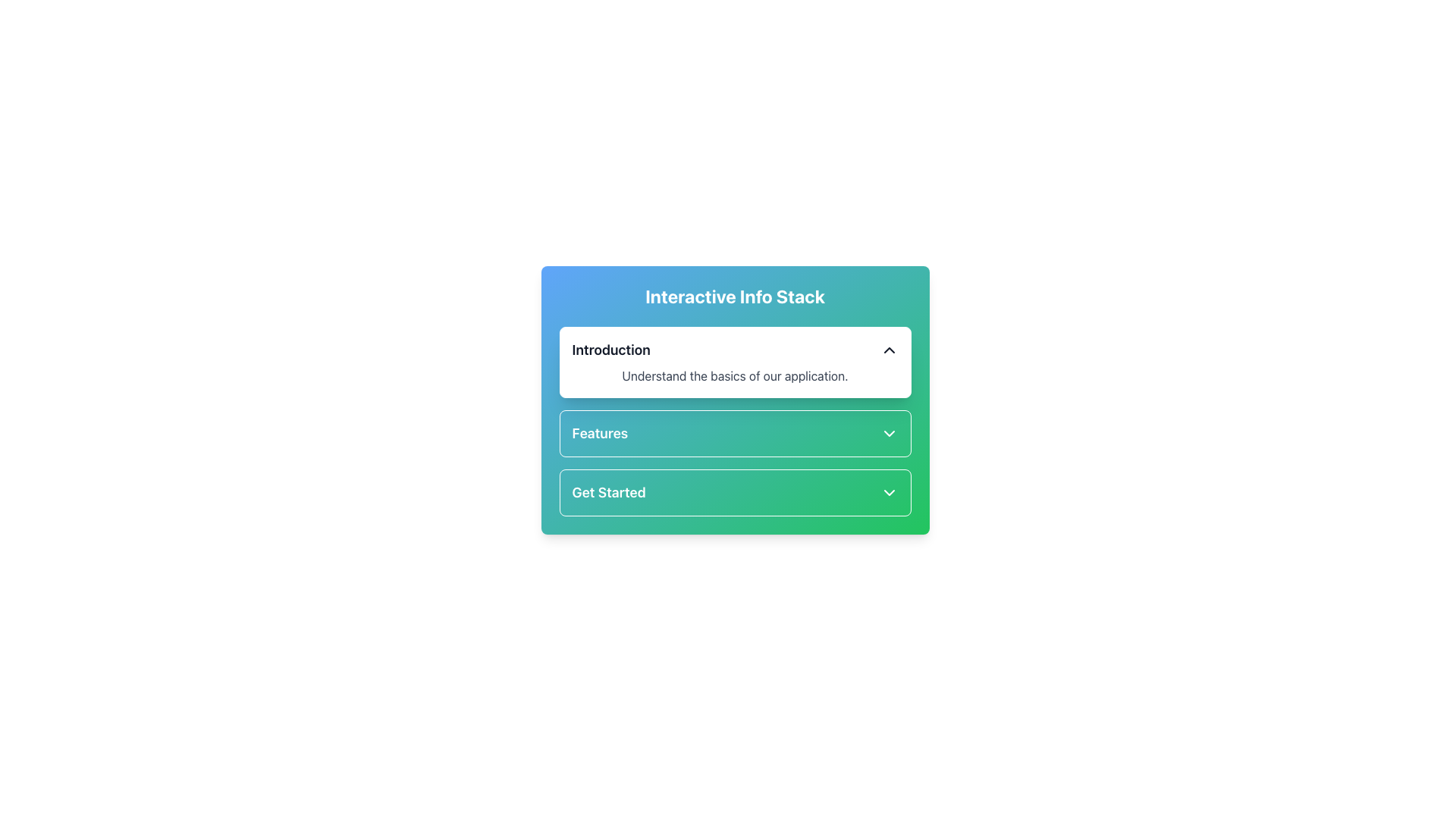 This screenshot has height=819, width=1456. Describe the element at coordinates (889, 433) in the screenshot. I see `the downward-facing chevron icon located to the right of the 'Features' text label to trigger the hover state` at that location.